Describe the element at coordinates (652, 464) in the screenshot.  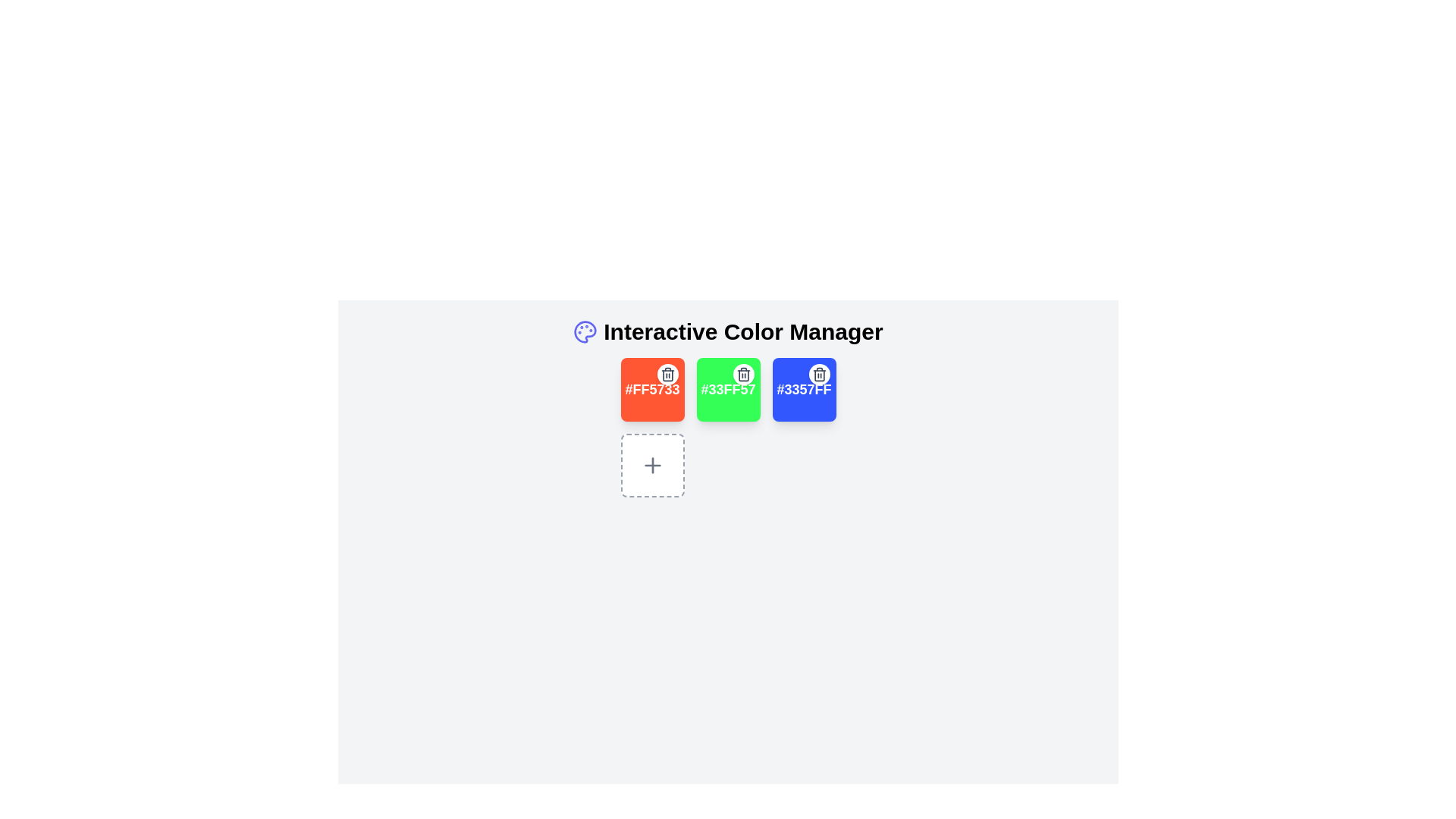
I see `the plus (+) icon button with a dashed border, located centrally beneath the color blocks in a grid interface` at that location.